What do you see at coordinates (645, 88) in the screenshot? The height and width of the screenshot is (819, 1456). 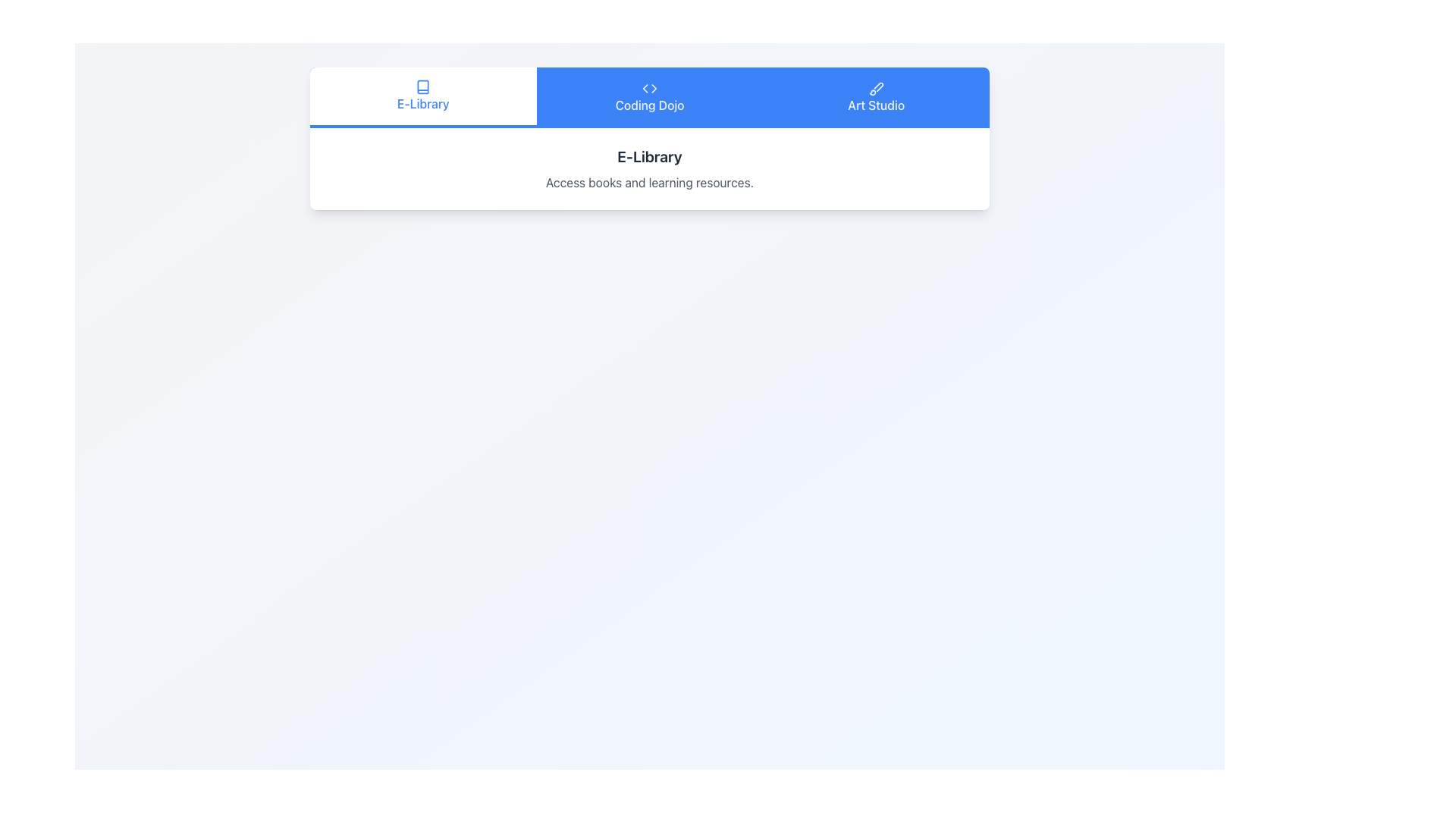 I see `the left-pointing triangular-shaped icon above the 'Coding Dojo' label in the horizontal navigation bar for additional UI feedback` at bounding box center [645, 88].